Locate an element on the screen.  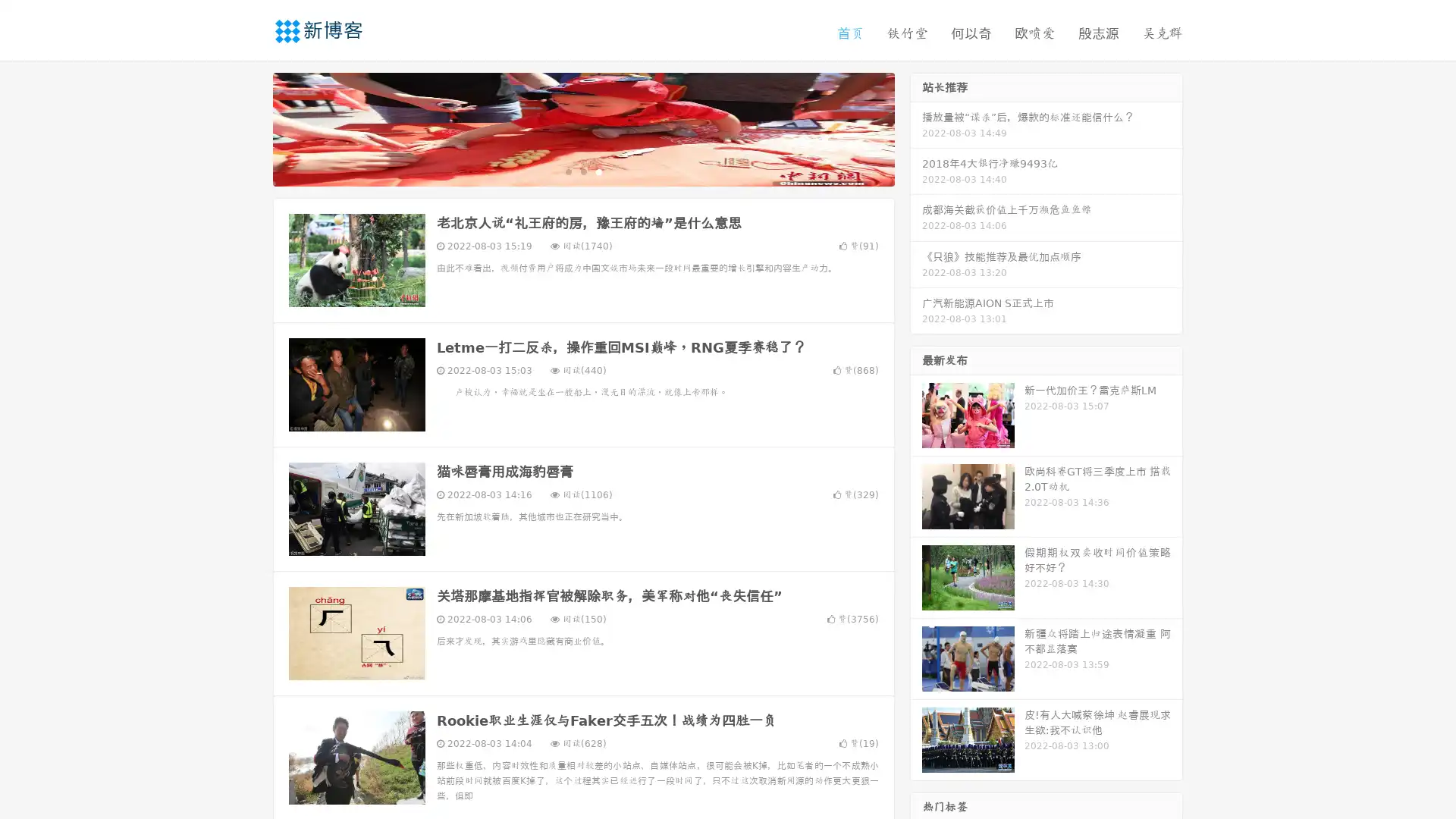
Go to slide 1 is located at coordinates (567, 171).